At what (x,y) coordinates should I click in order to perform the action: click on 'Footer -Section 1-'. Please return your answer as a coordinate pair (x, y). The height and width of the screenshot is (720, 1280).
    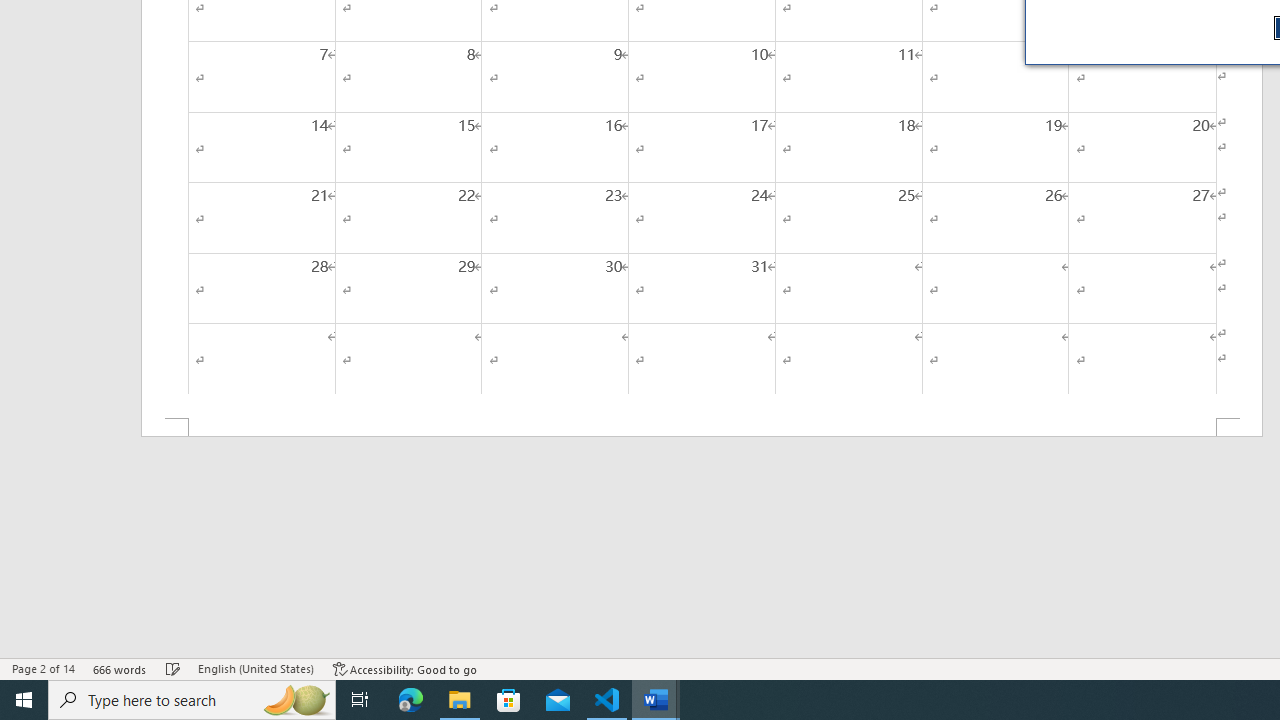
    Looking at the image, I should click on (702, 426).